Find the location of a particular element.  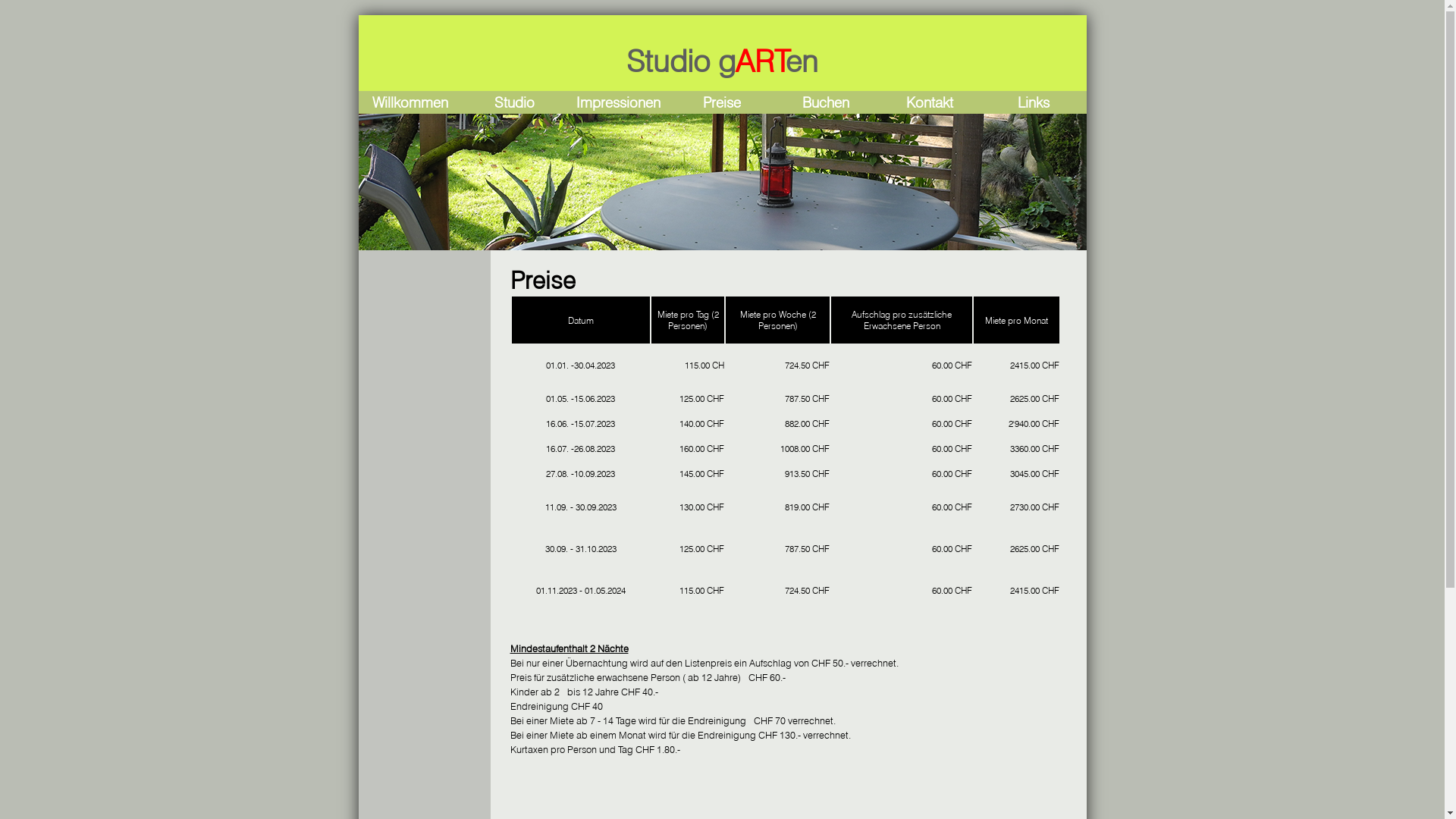

'Impressionen' is located at coordinates (618, 102).